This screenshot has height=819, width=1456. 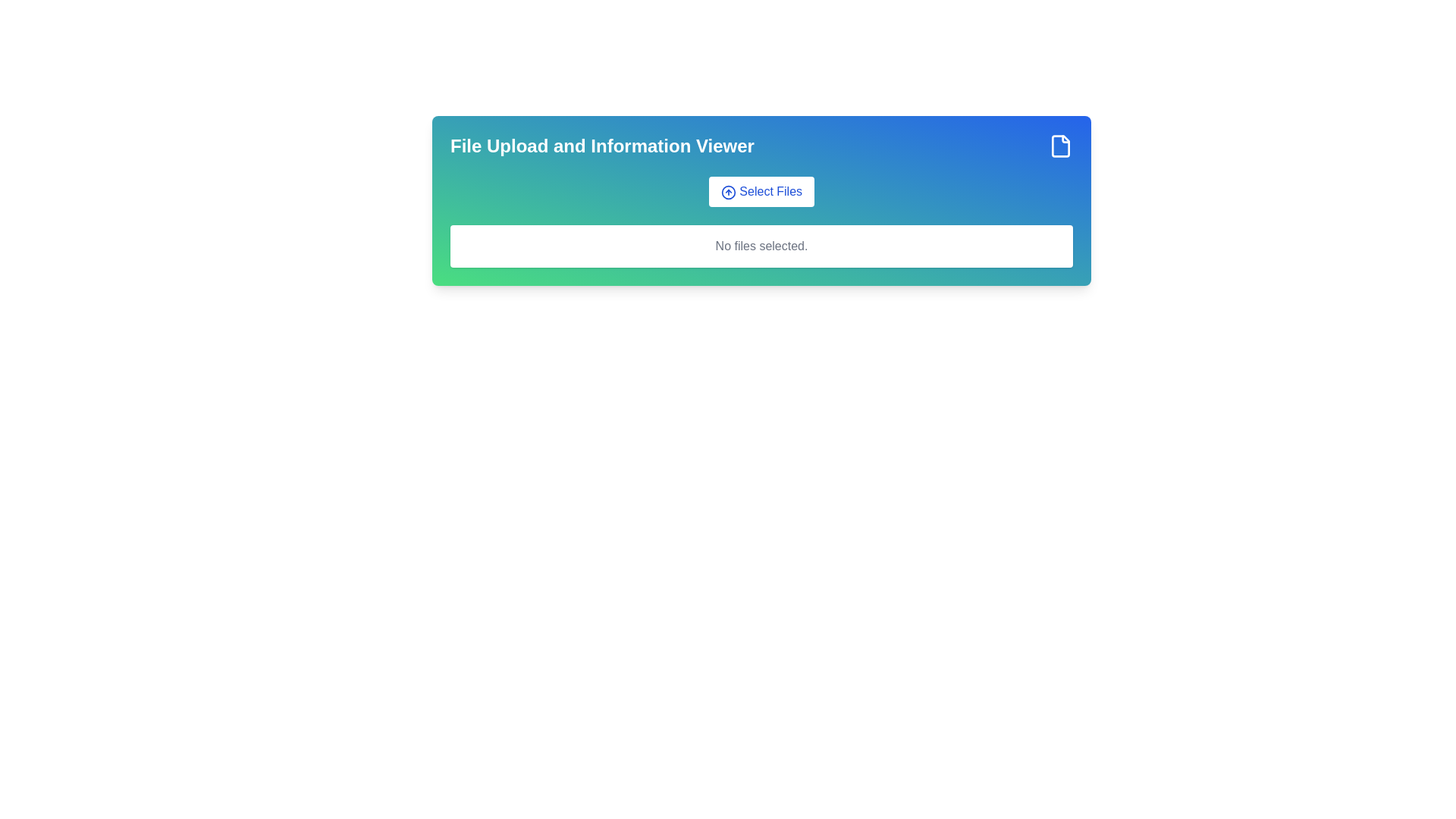 What do you see at coordinates (728, 191) in the screenshot?
I see `the file upload icon located inside the 'Select Files' button, to the left of the button text` at bounding box center [728, 191].